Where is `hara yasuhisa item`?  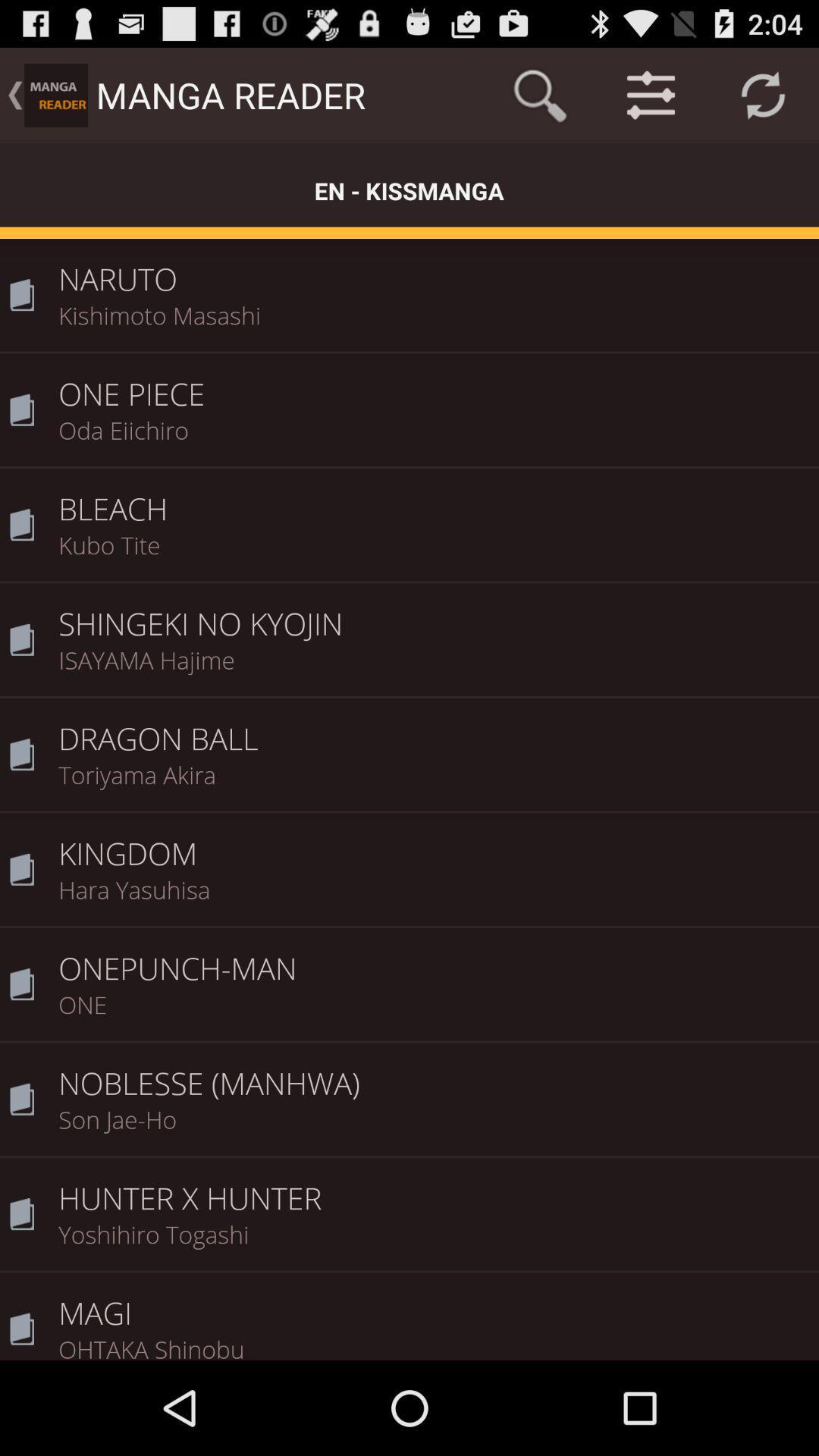 hara yasuhisa item is located at coordinates (433, 899).